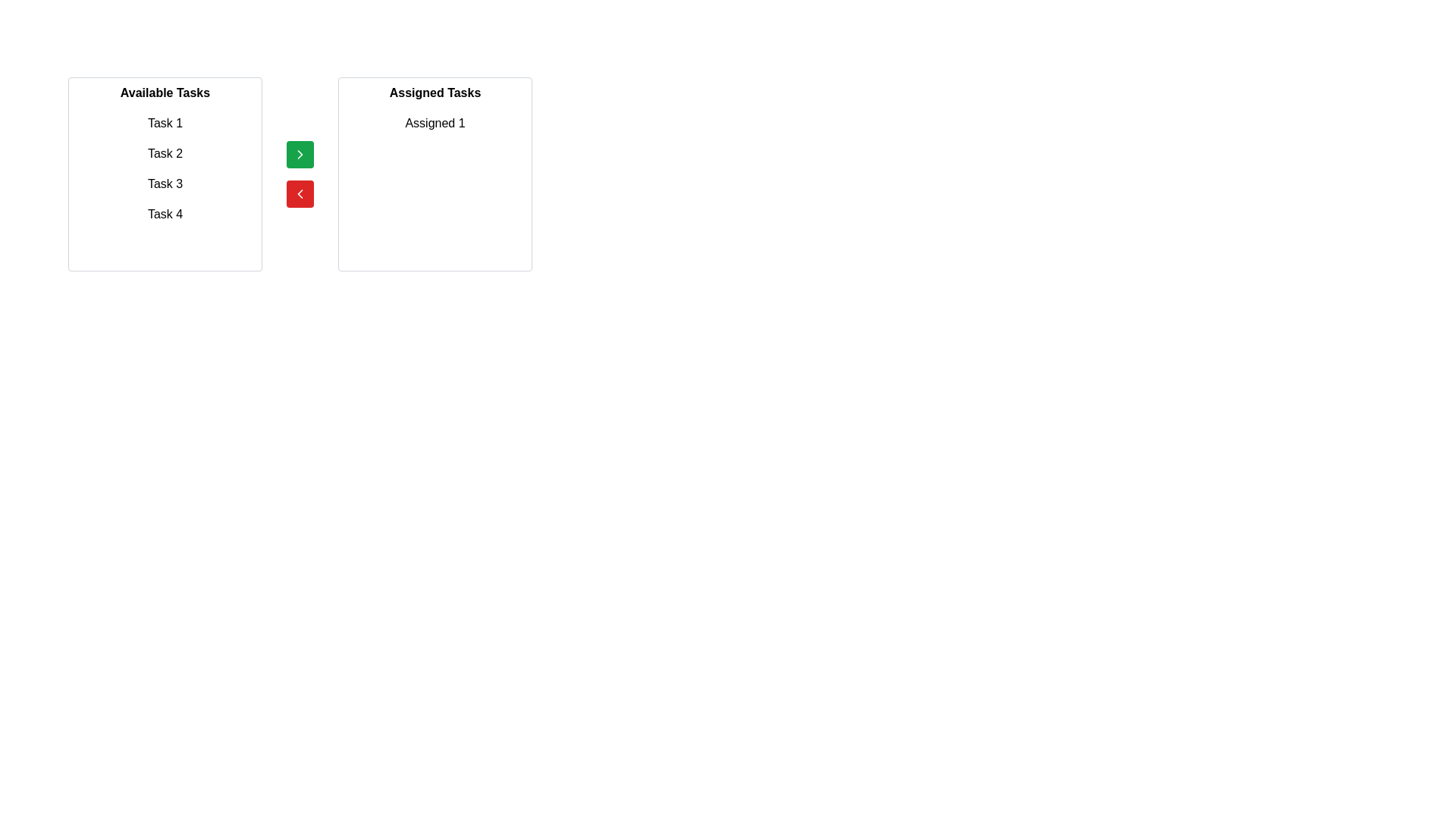  What do you see at coordinates (165, 122) in the screenshot?
I see `the 'Task 1' text label` at bounding box center [165, 122].